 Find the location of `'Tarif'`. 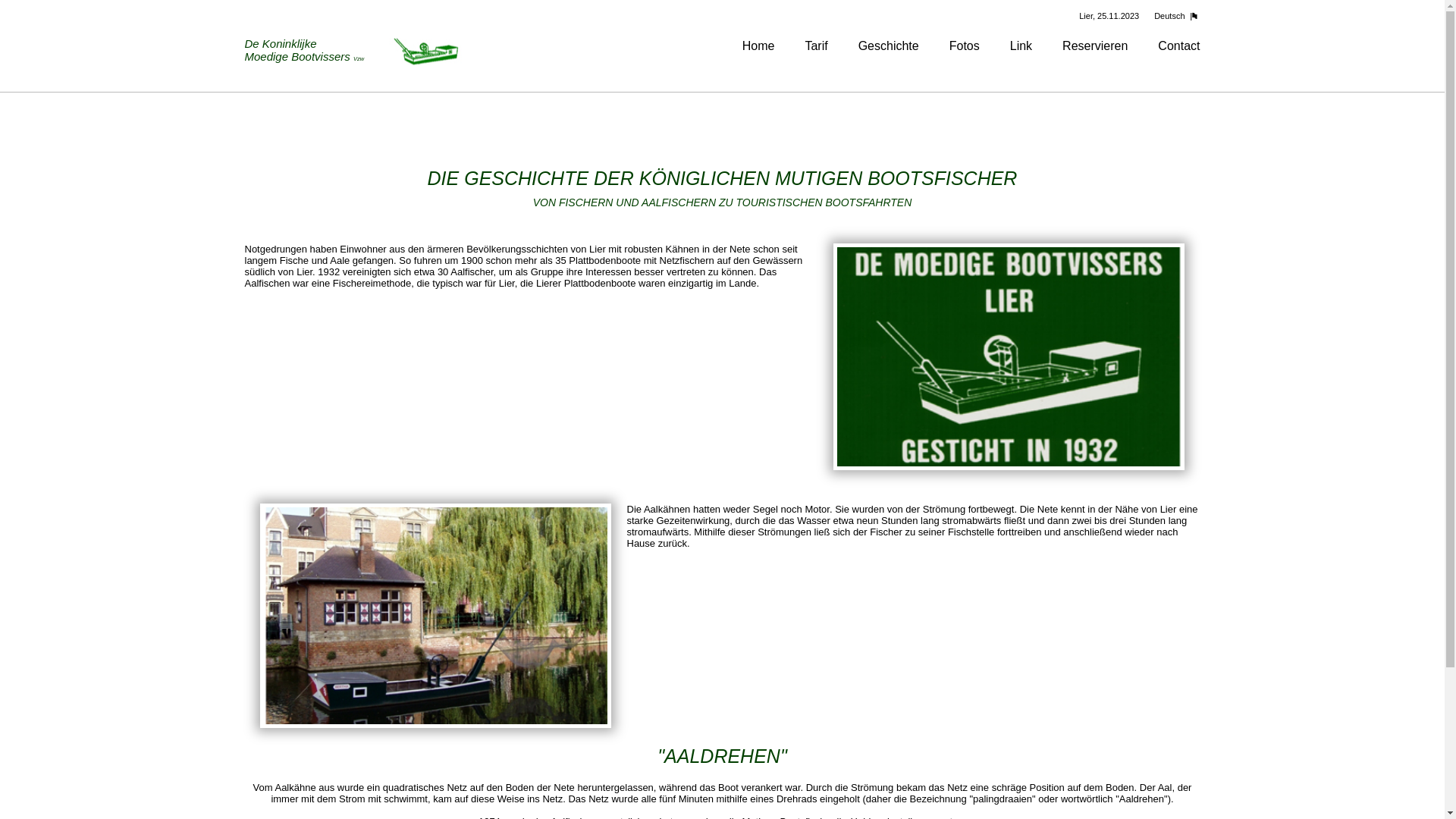

'Tarif' is located at coordinates (814, 45).